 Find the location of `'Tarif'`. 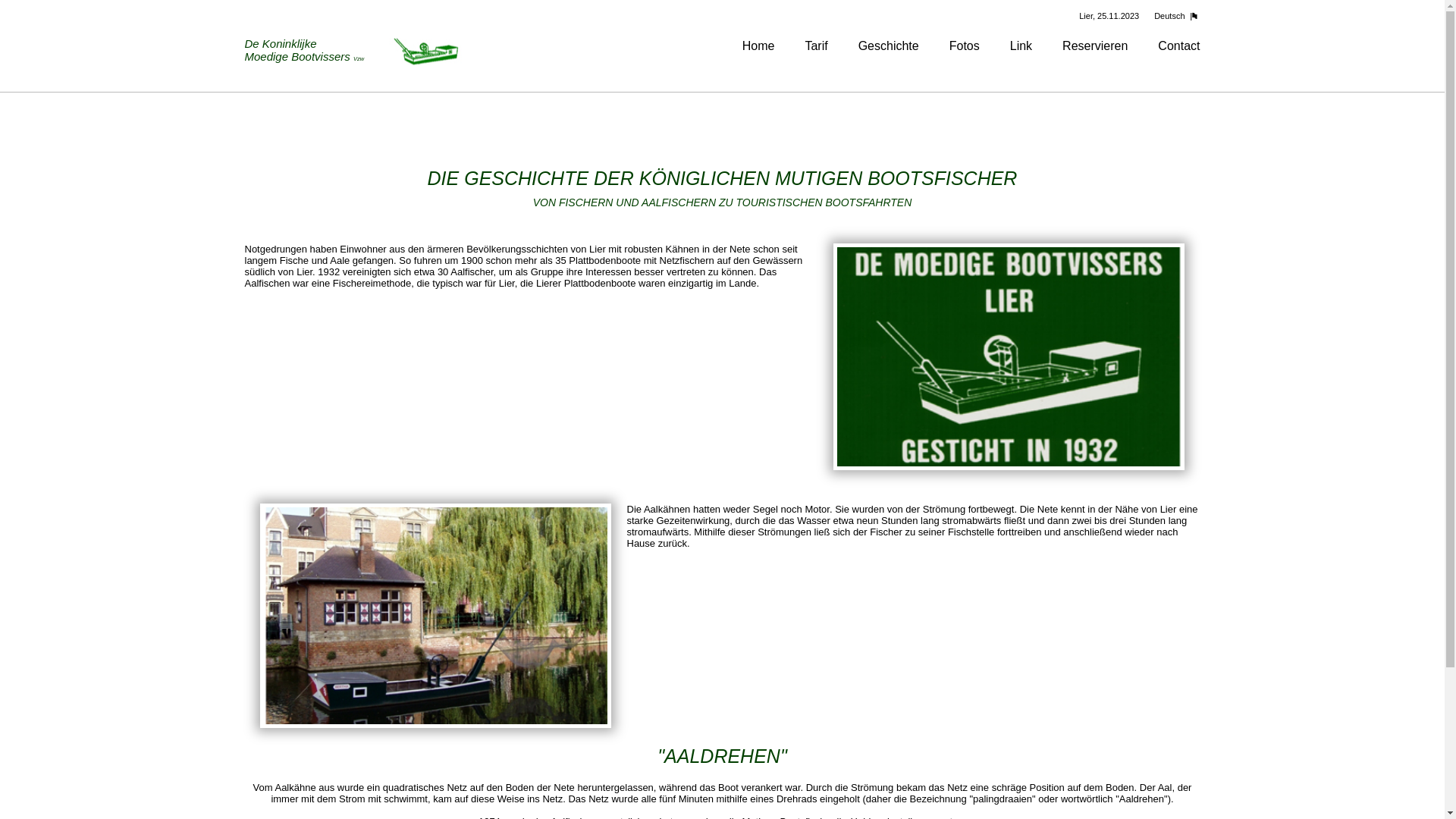

'Tarif' is located at coordinates (814, 45).